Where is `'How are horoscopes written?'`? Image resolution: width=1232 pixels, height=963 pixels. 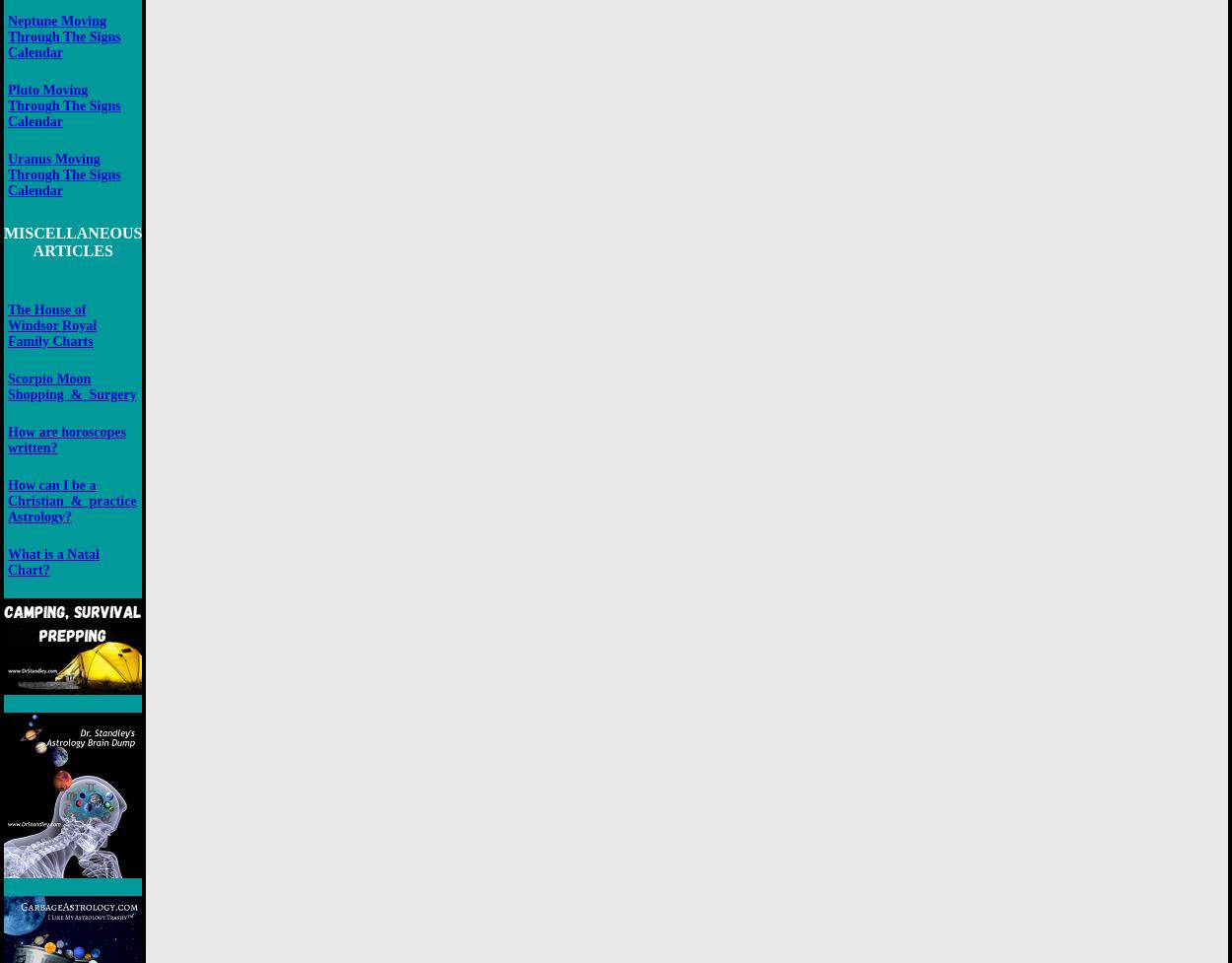 'How are horoscopes written?' is located at coordinates (66, 439).